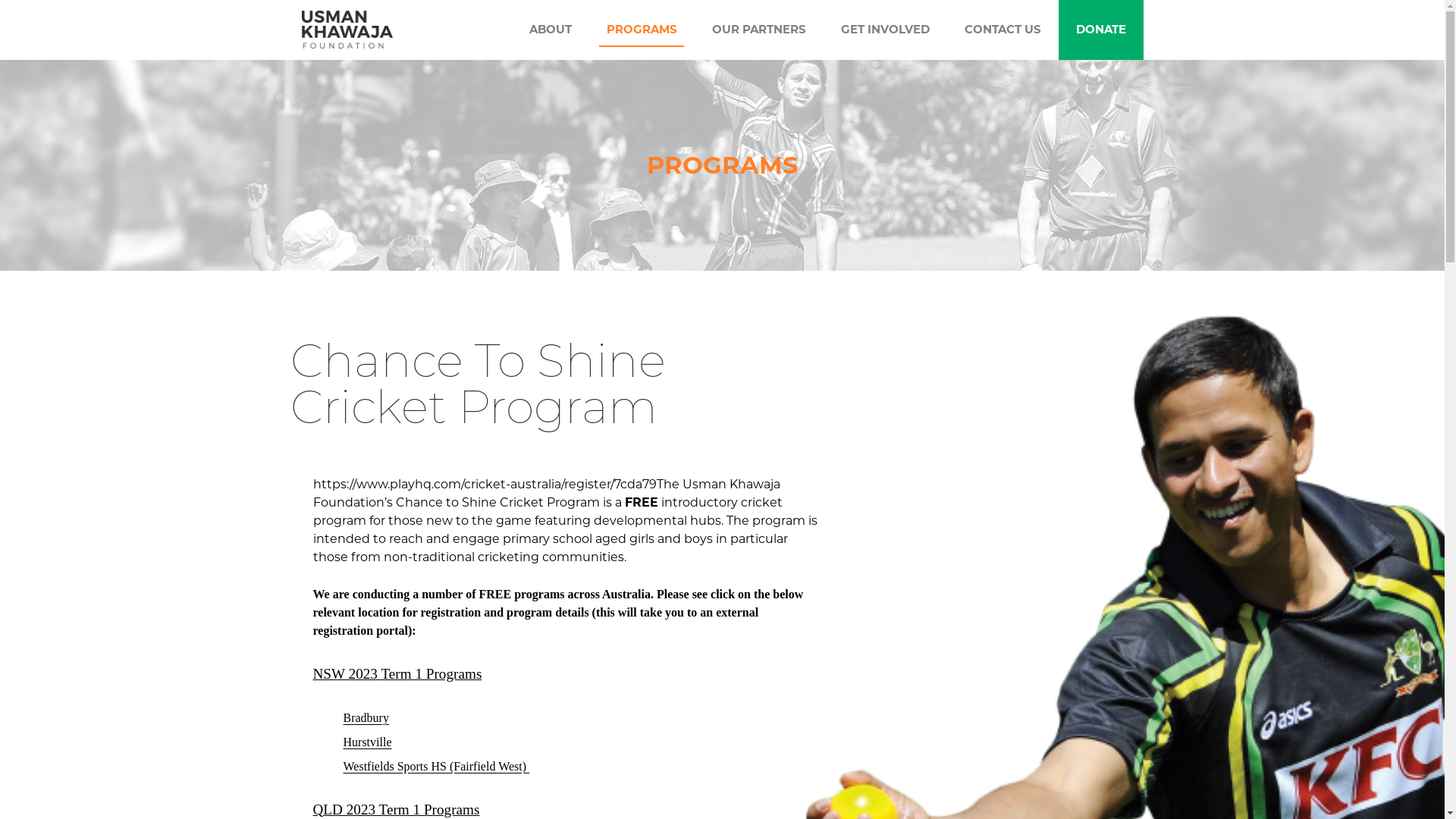 This screenshot has height=819, width=1456. Describe the element at coordinates (884, 30) in the screenshot. I see `'GET INVOLVED'` at that location.